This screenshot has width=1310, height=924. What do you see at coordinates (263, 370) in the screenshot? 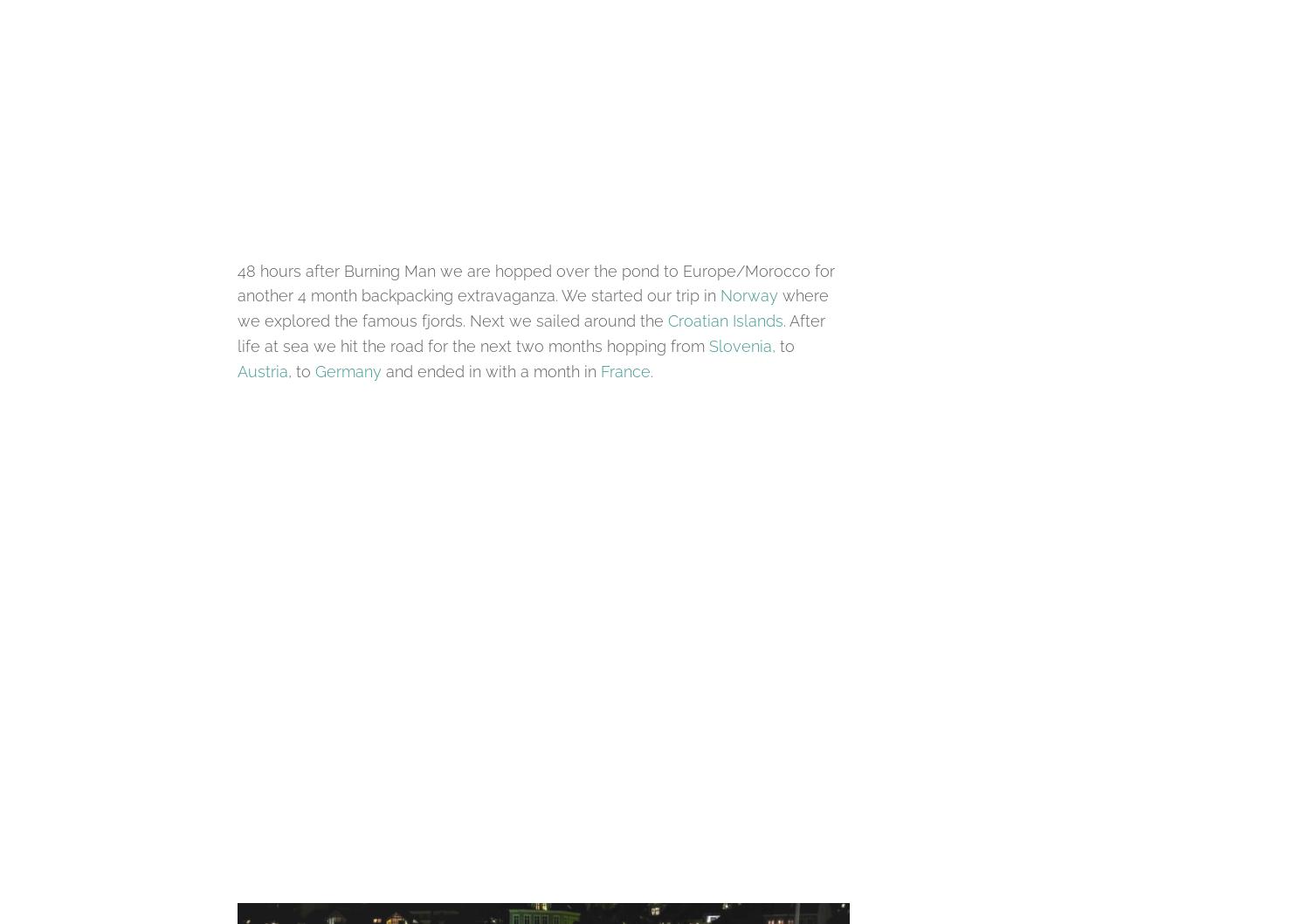
I see `'Austria'` at bounding box center [263, 370].